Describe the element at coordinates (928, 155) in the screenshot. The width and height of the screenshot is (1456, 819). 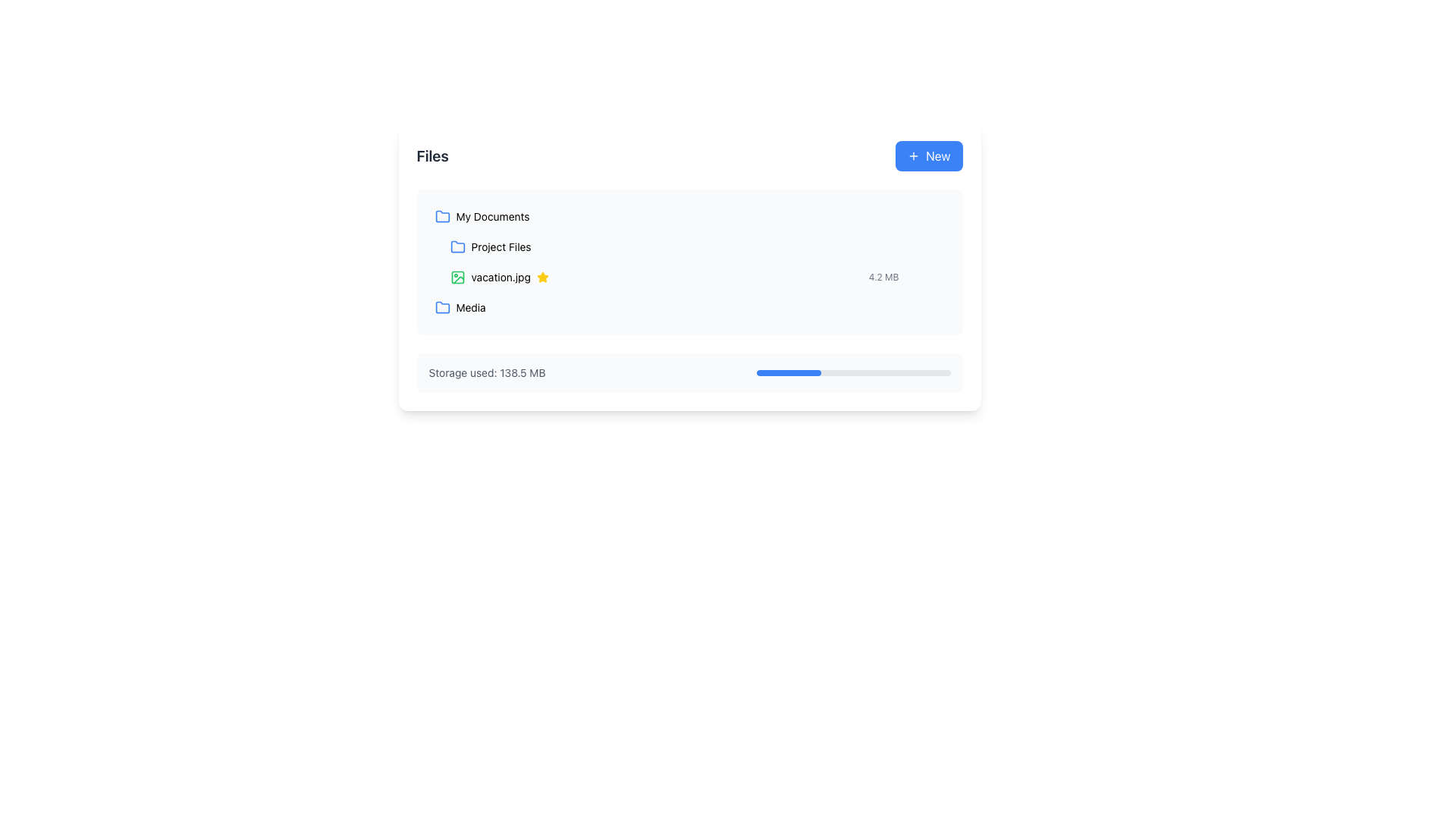
I see `the blue button labeled 'New' with a plus icon to initiate the creation of a new item` at that location.